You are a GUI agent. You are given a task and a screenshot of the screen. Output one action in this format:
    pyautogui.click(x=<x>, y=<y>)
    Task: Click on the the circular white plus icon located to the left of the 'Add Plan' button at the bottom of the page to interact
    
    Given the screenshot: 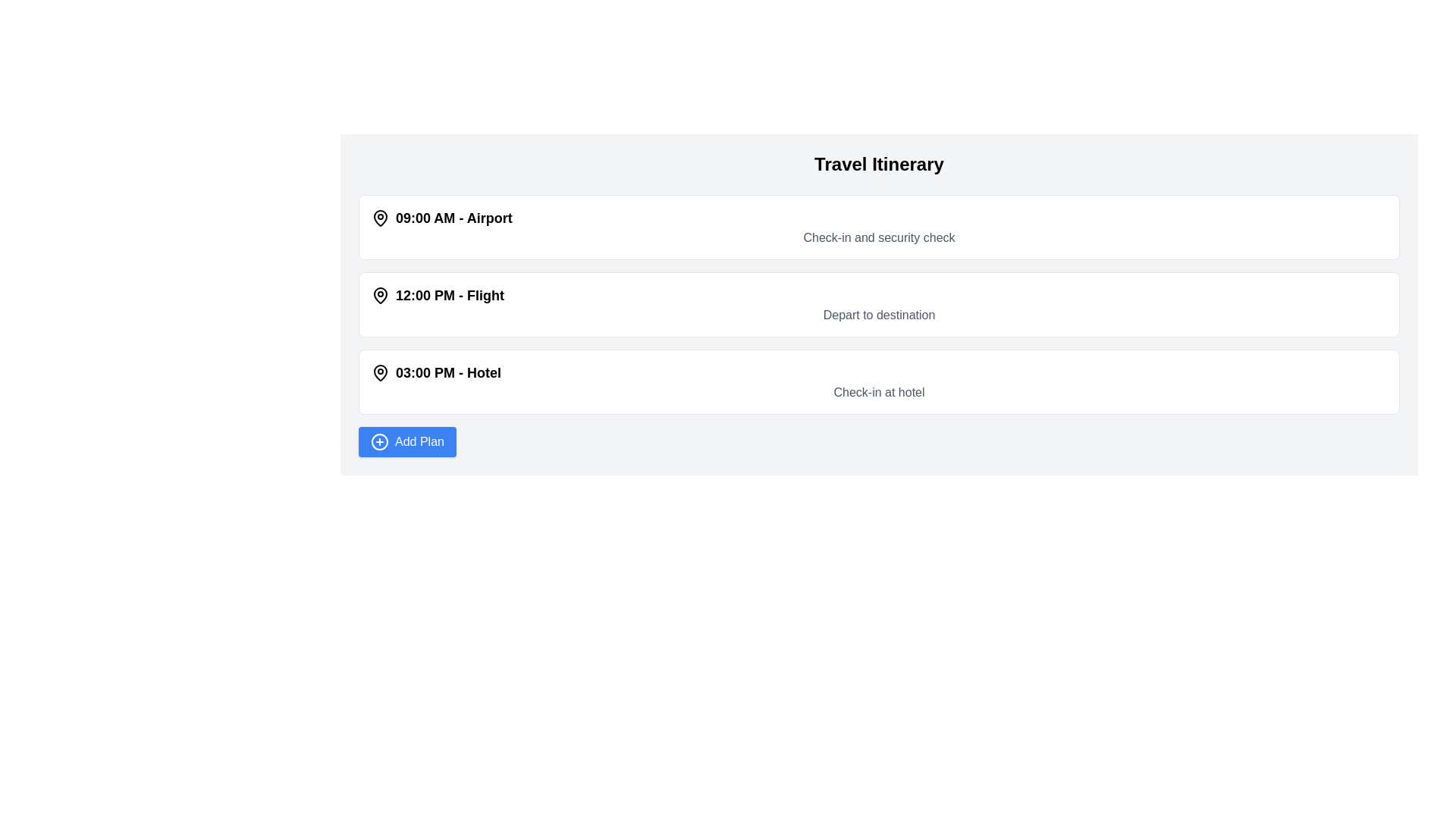 What is the action you would take?
    pyautogui.click(x=379, y=441)
    